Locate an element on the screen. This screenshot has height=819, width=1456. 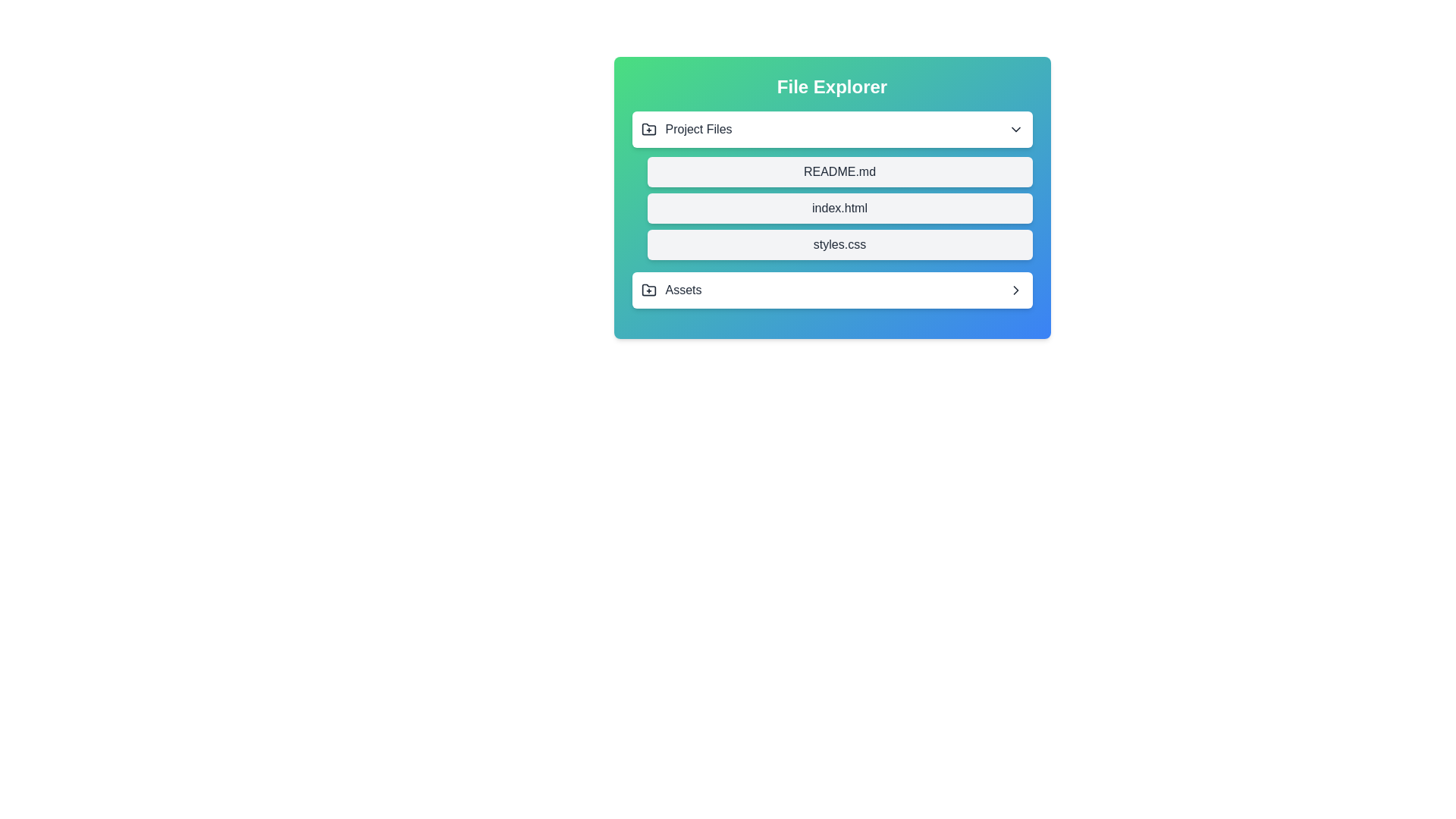
the right-pointing chevron icon located inside the 'Assets' folder row is located at coordinates (1015, 290).